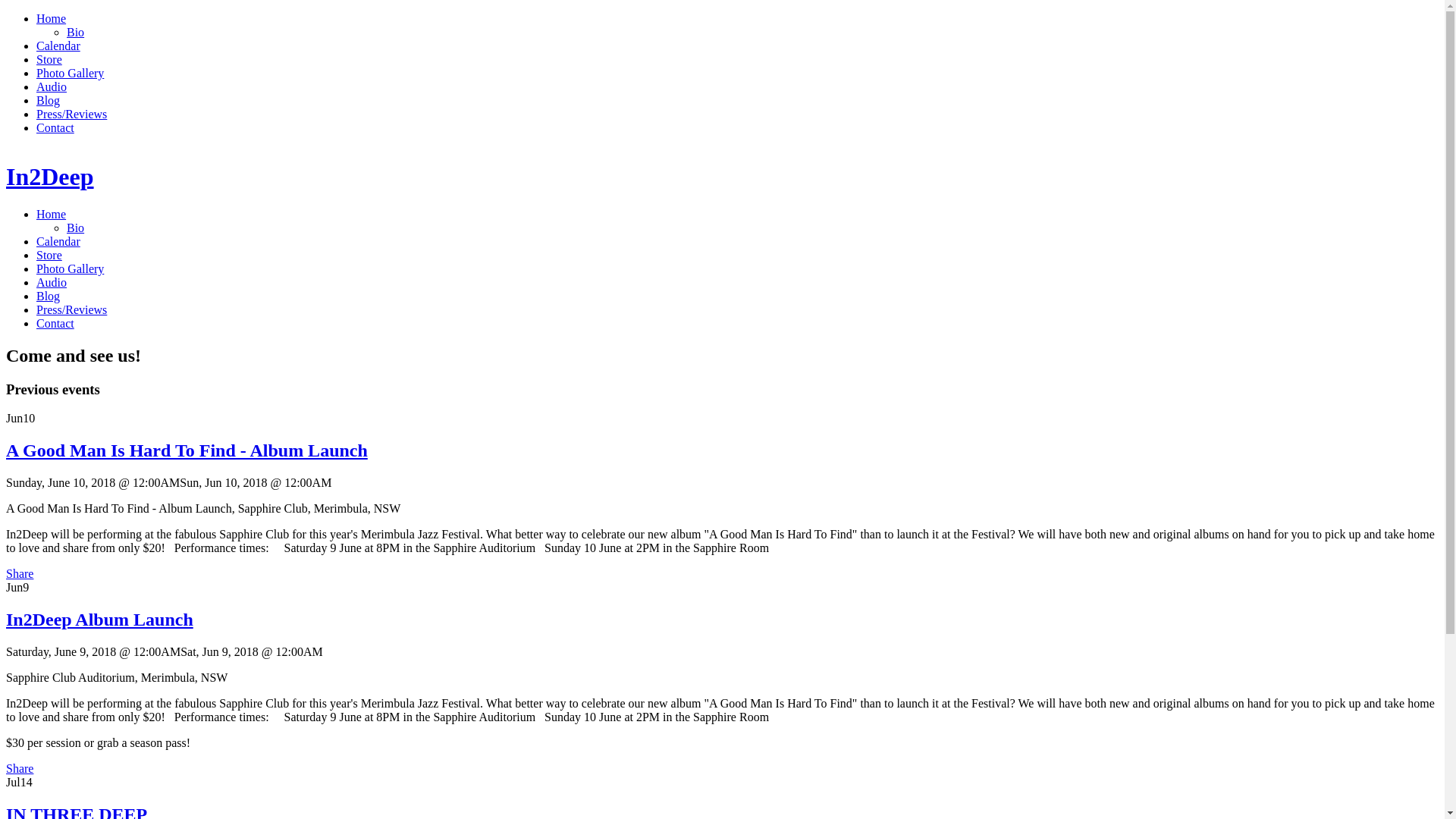  I want to click on 'Share', so click(19, 768).